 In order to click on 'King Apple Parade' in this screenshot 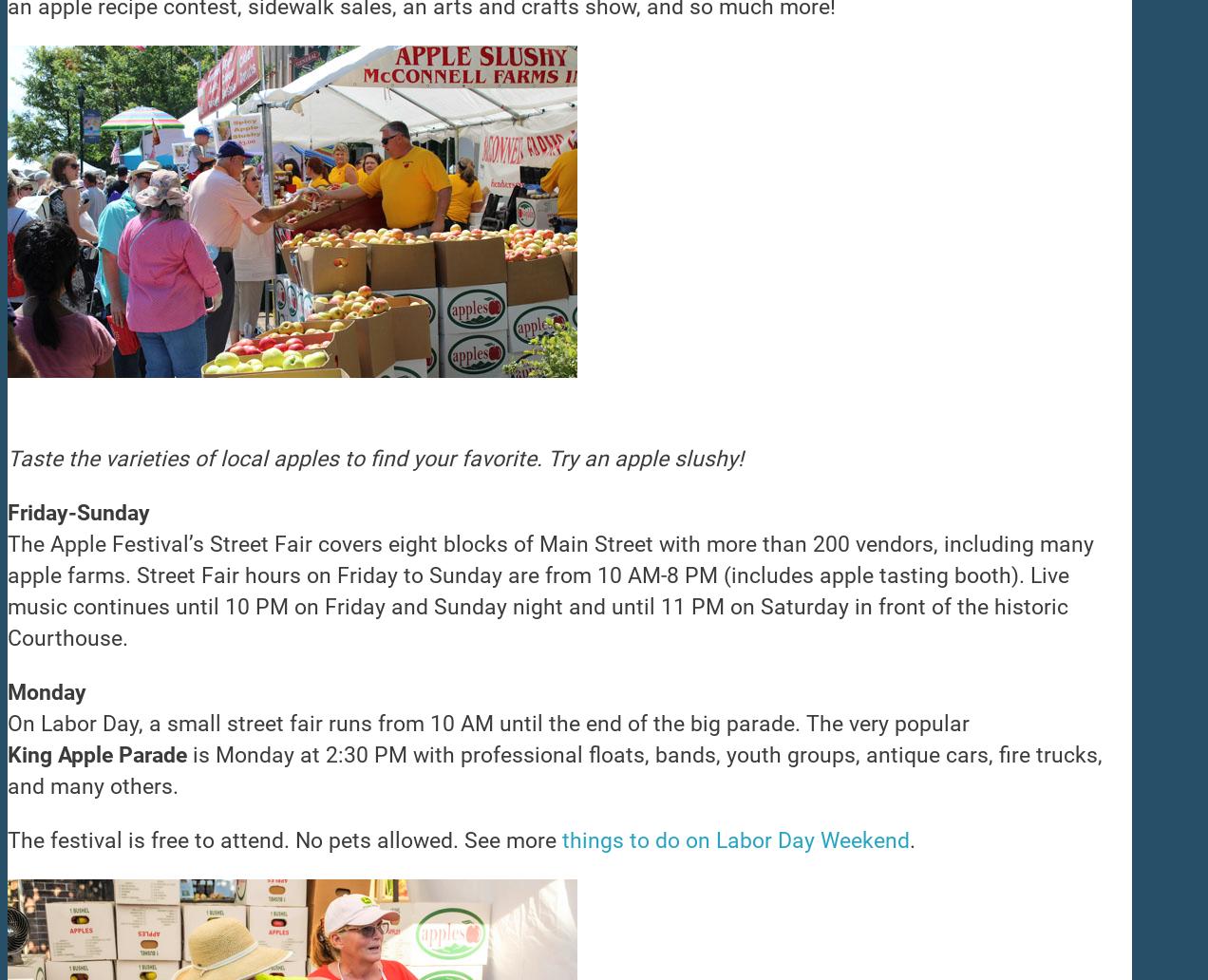, I will do `click(97, 755)`.